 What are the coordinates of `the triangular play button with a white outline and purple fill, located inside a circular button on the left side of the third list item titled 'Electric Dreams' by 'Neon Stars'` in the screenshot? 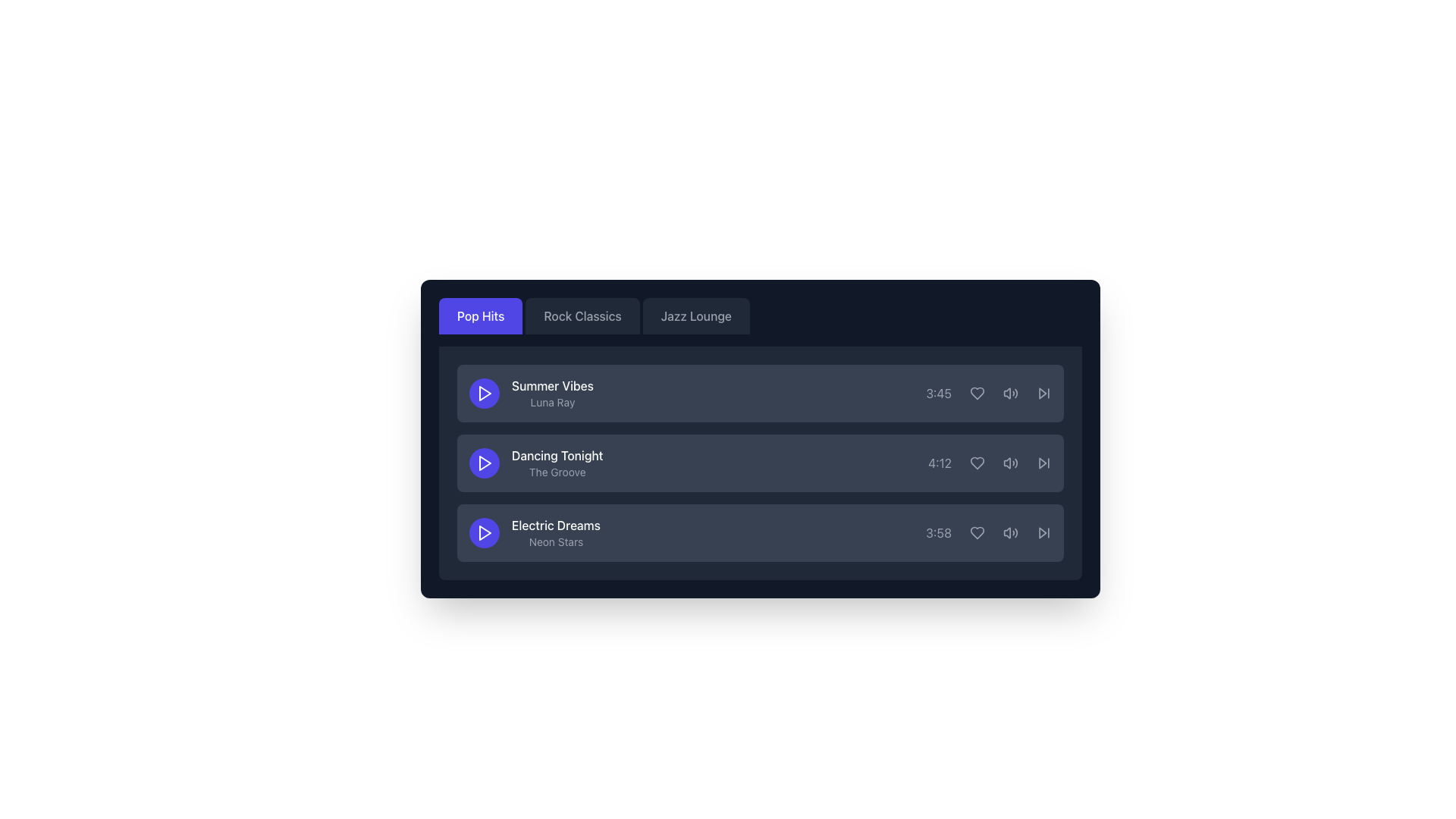 It's located at (483, 532).